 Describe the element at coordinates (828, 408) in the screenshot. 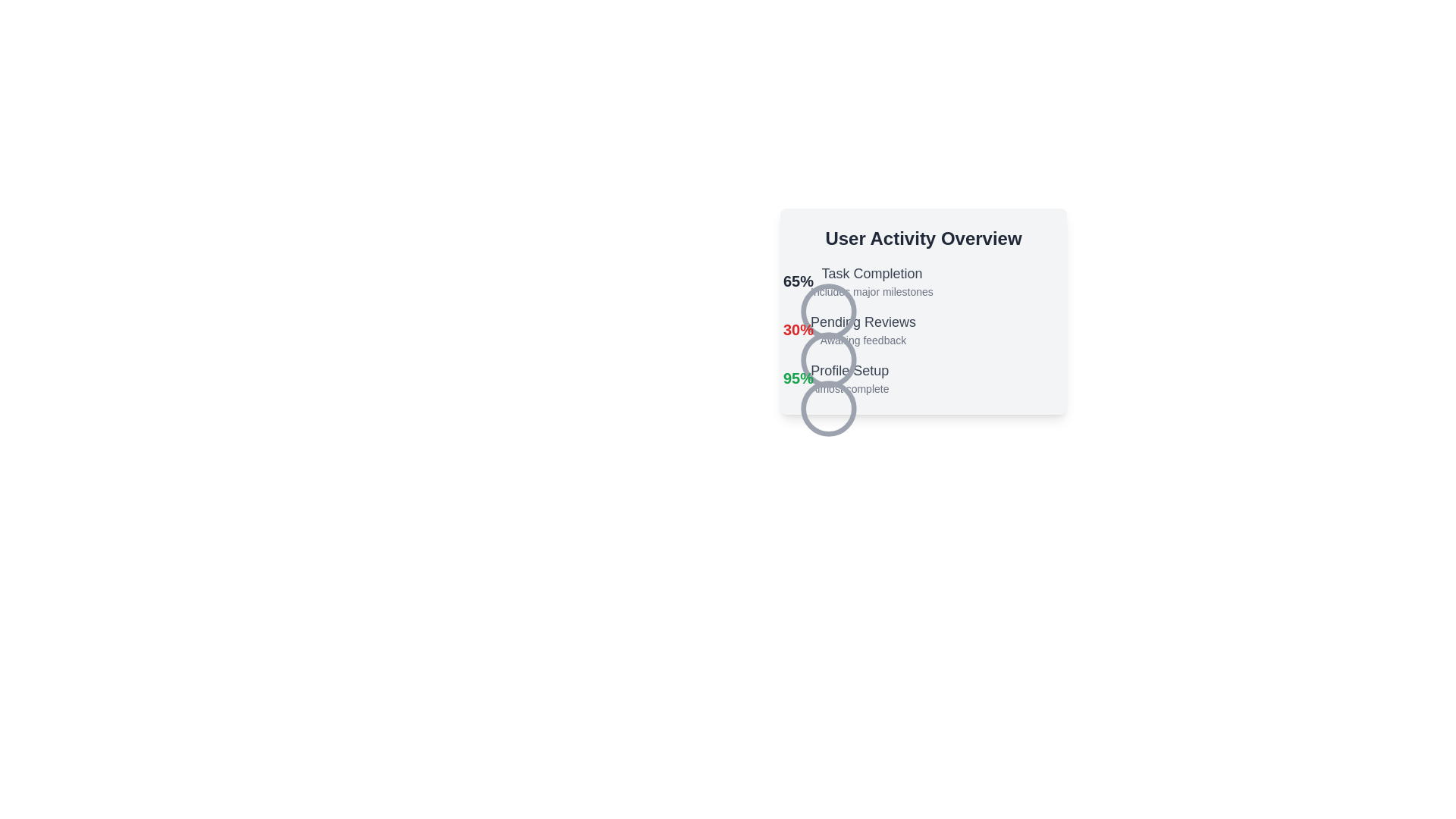

I see `the third circular visual indicator representing the 'Profile Setup' task in the 'User Activity Overview' section` at that location.